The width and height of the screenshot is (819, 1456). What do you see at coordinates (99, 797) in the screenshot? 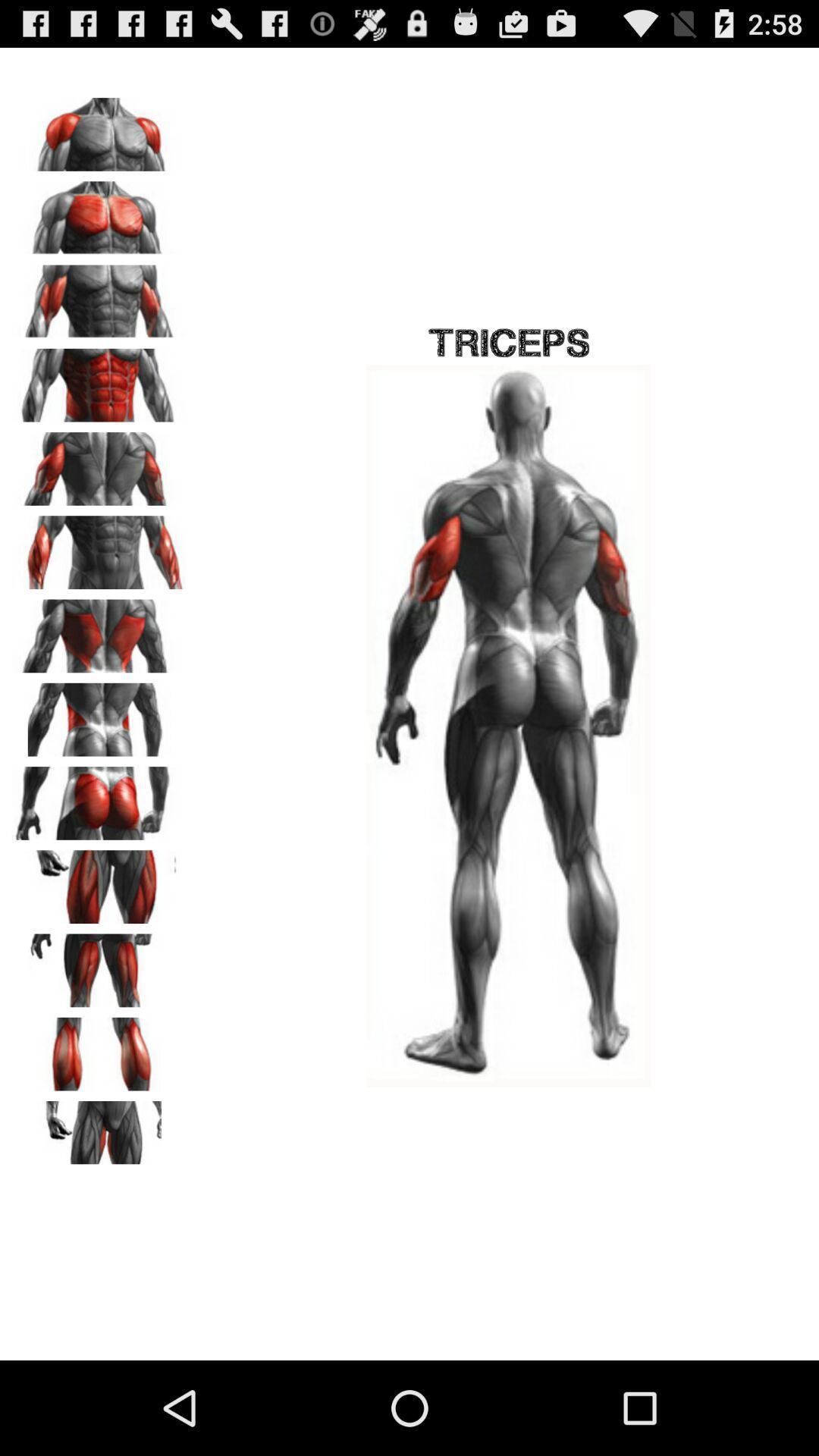
I see `butt muscle selection` at bounding box center [99, 797].